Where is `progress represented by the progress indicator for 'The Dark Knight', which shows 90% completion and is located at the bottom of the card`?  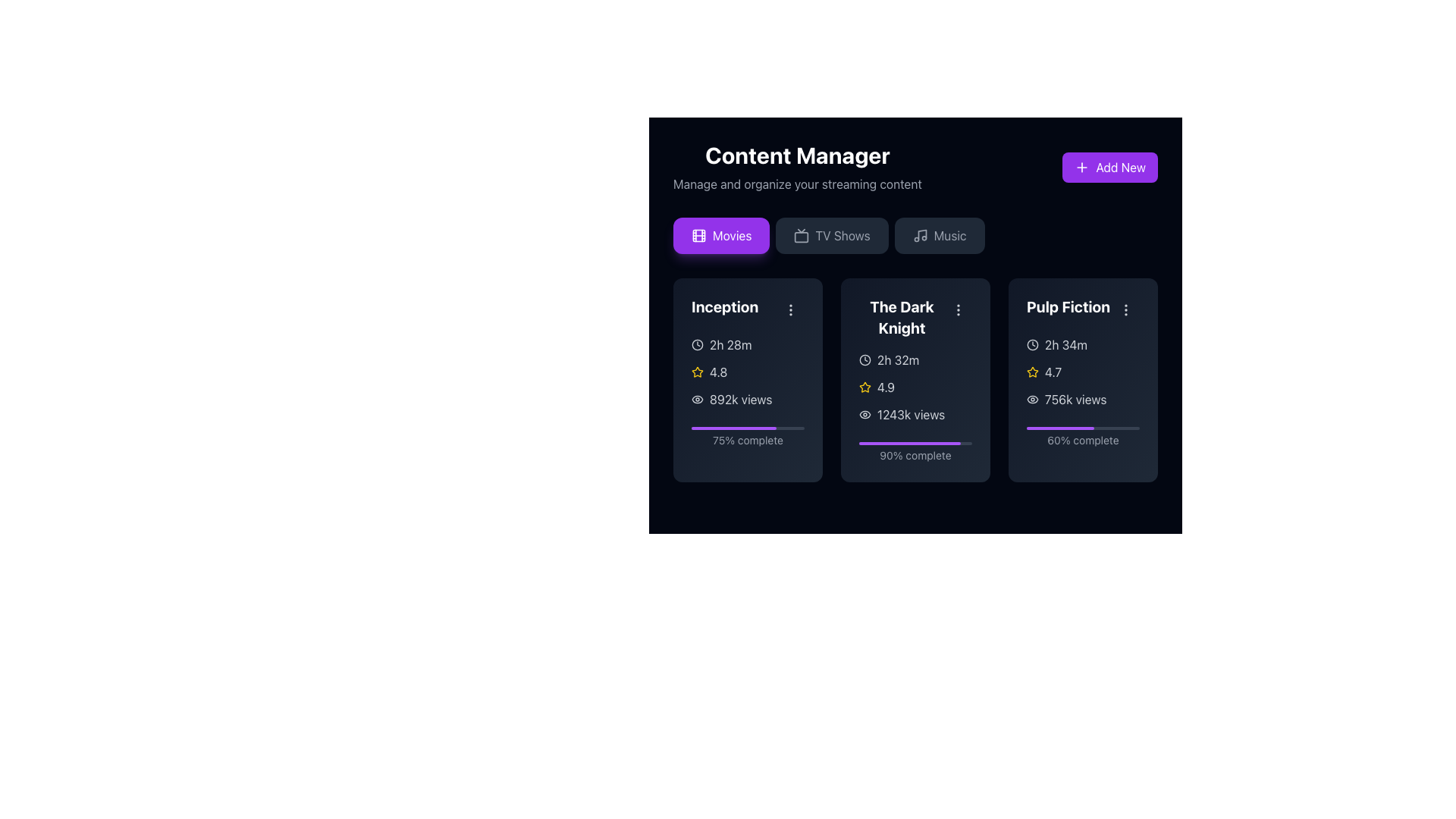 progress represented by the progress indicator for 'The Dark Knight', which shows 90% completion and is located at the bottom of the card is located at coordinates (915, 449).